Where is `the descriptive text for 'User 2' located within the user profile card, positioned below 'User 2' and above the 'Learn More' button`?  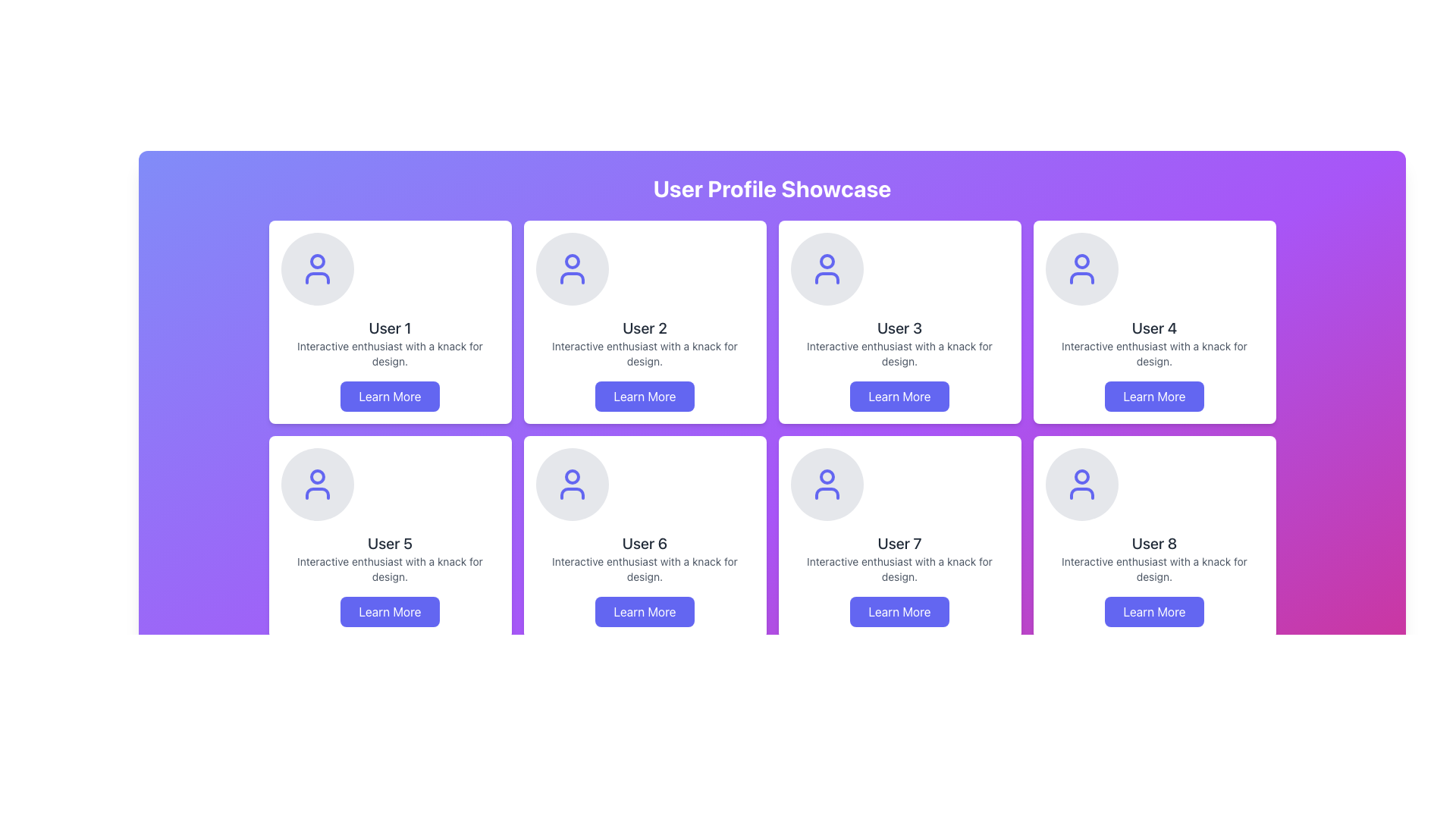 the descriptive text for 'User 2' located within the user profile card, positioned below 'User 2' and above the 'Learn More' button is located at coordinates (645, 353).